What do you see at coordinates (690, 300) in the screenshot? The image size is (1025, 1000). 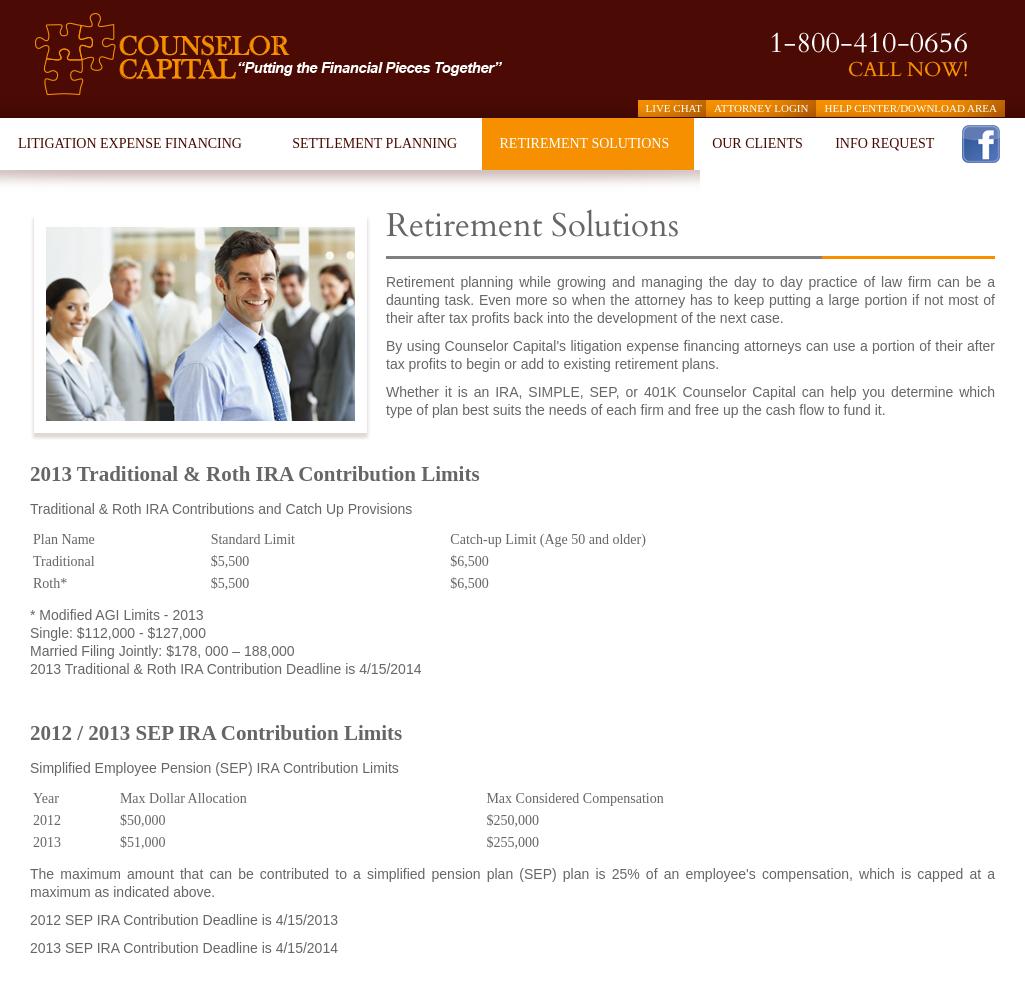 I see `'Retirement planning while growing and managing the day to day practice of law firm can be a daunting task. Even more so when the attorney has to keep putting a large portion if not most of their after tax profits back into the development of the next case.'` at bounding box center [690, 300].